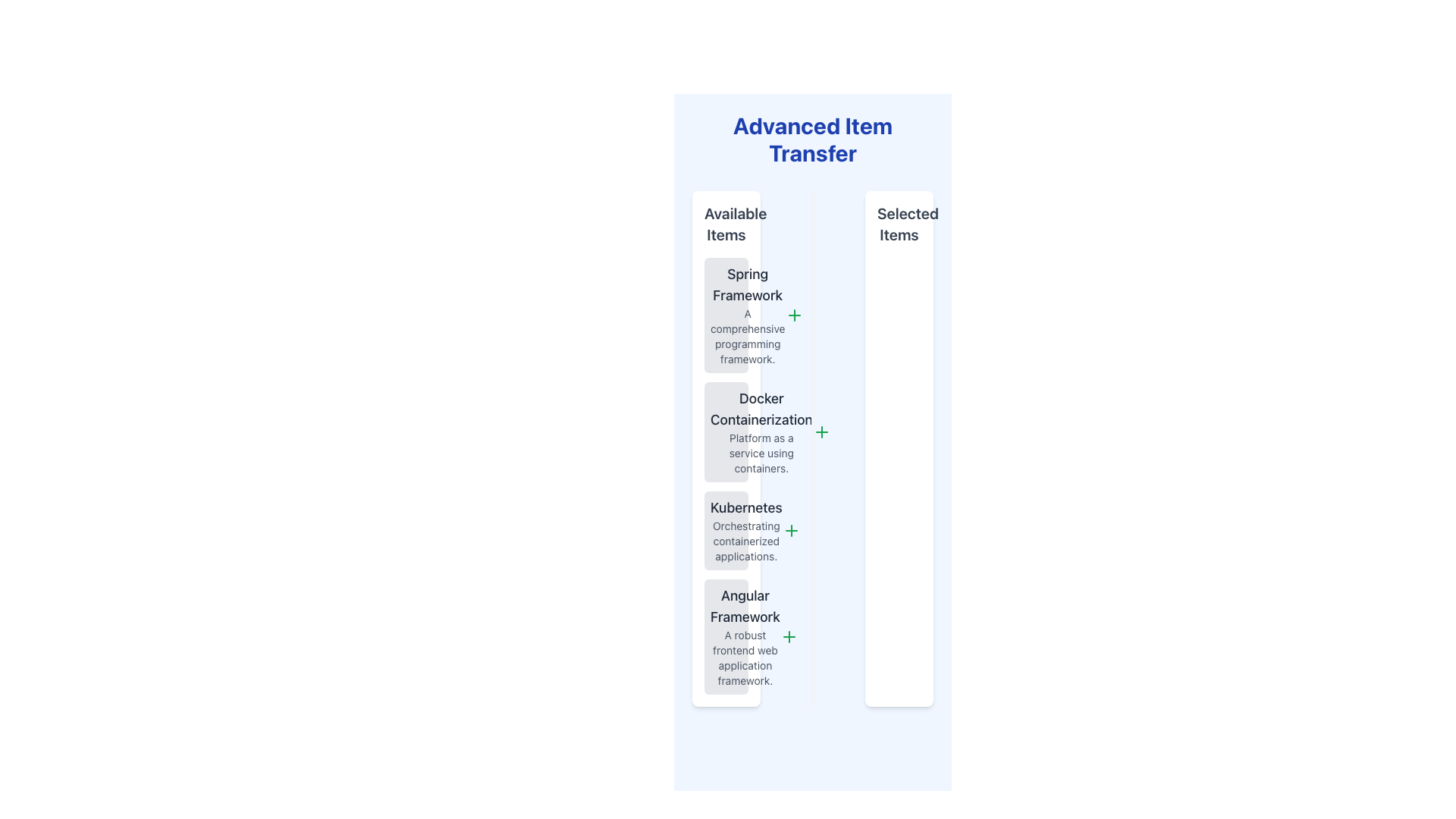 Image resolution: width=1456 pixels, height=819 pixels. What do you see at coordinates (726, 637) in the screenshot?
I see `the last list item element in the 'Available Items' section, which includes a '+' icon for adding a framework to the selection list` at bounding box center [726, 637].